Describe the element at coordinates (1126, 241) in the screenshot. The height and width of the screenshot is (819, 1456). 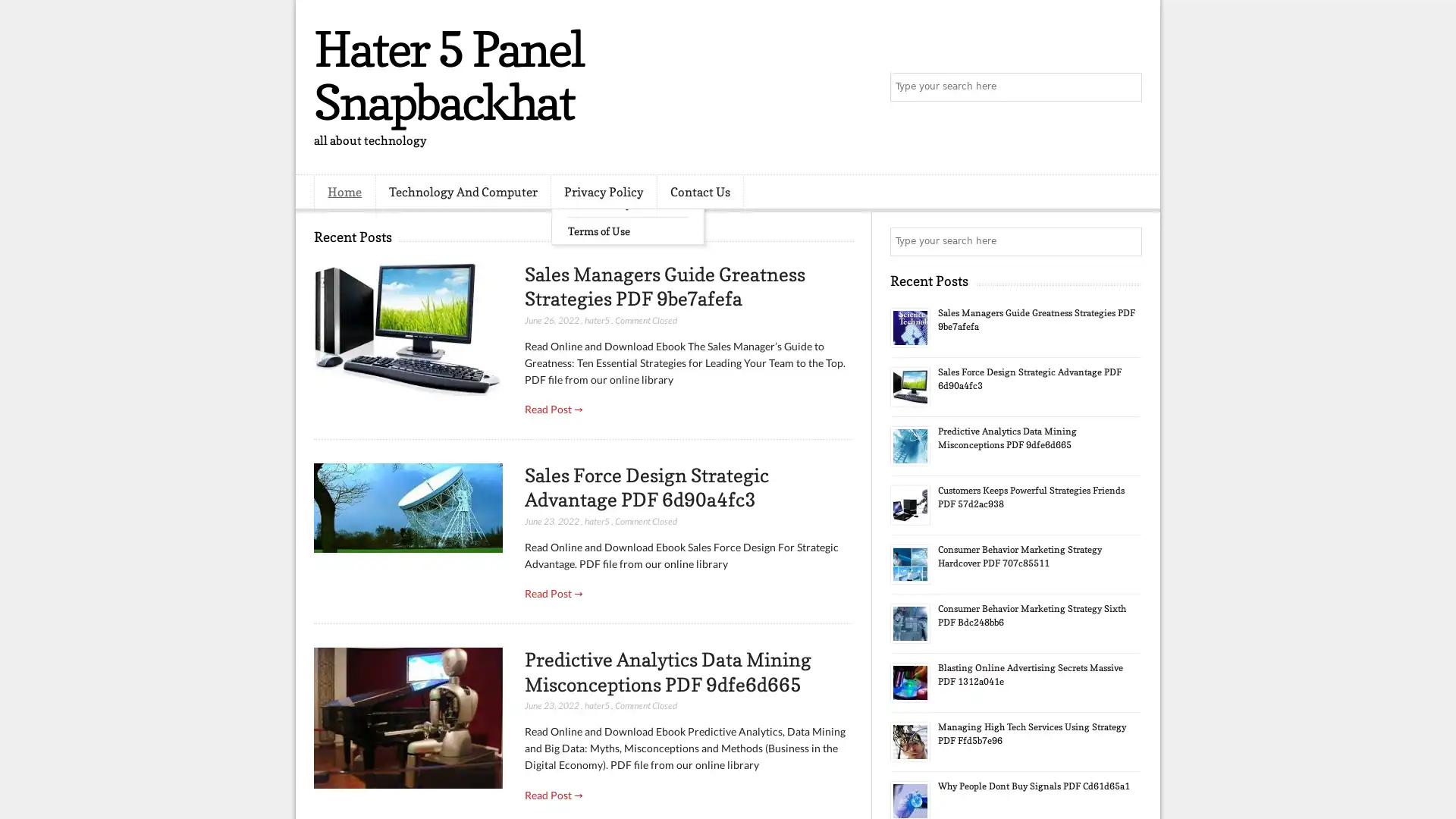
I see `Search` at that location.